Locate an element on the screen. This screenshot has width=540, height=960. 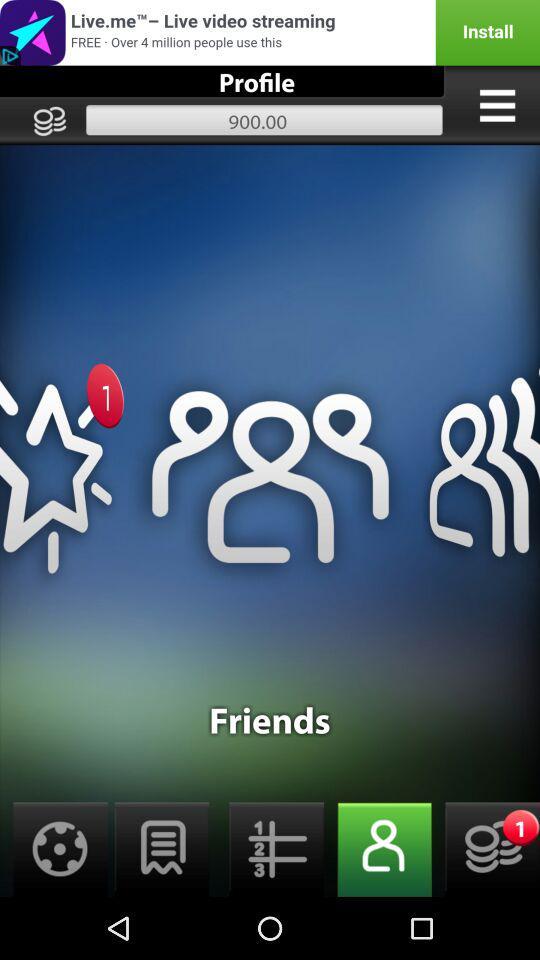
the chat icon is located at coordinates (161, 909).